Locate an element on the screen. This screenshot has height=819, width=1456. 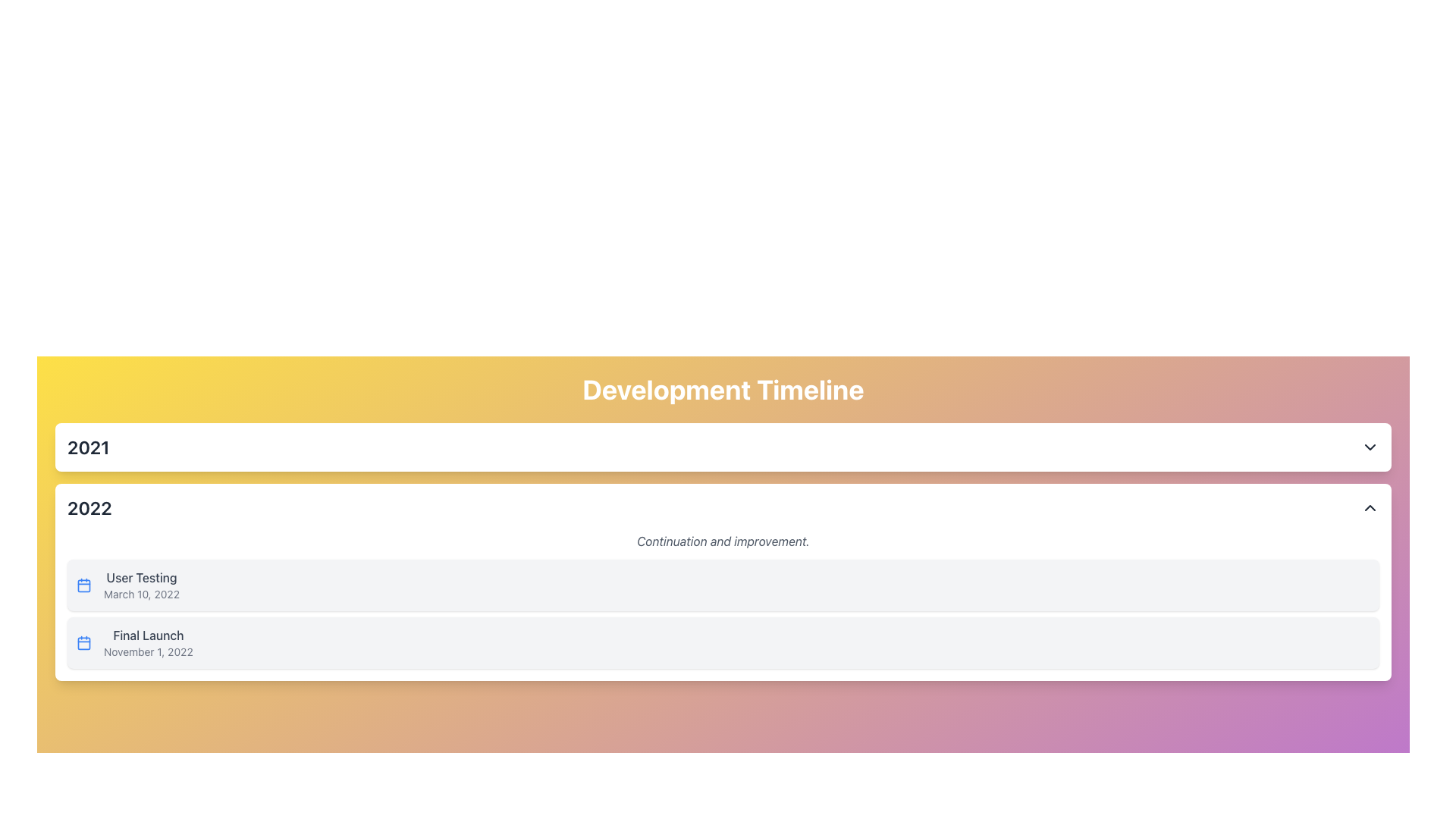
the non-interactive text label that displays the date for the 'User Testing' event located beneath the 'User Testing' header in the '2022' section of the timeline is located at coordinates (142, 593).